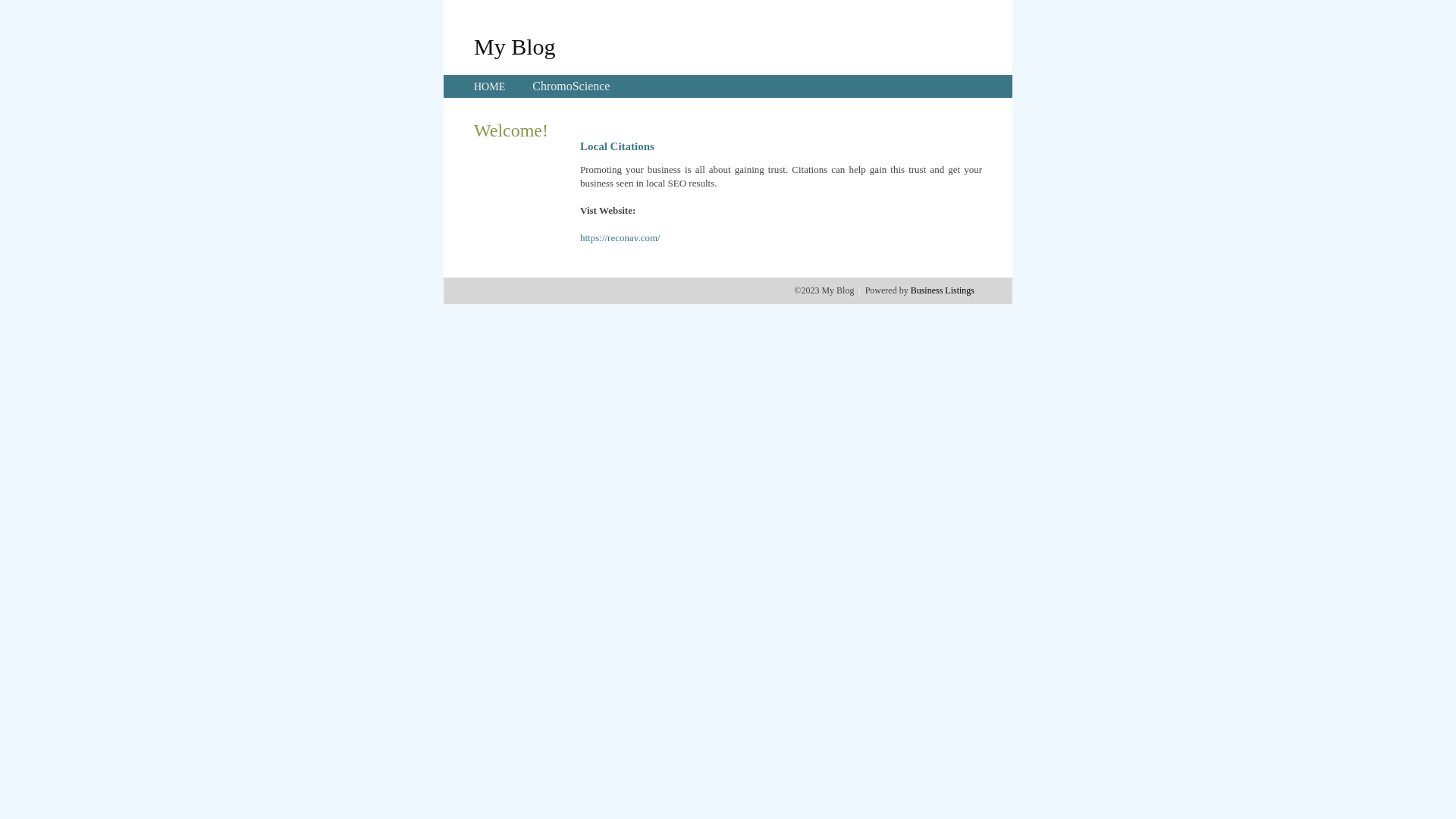 This screenshot has width=1456, height=819. I want to click on 'HOME', so click(489, 86).